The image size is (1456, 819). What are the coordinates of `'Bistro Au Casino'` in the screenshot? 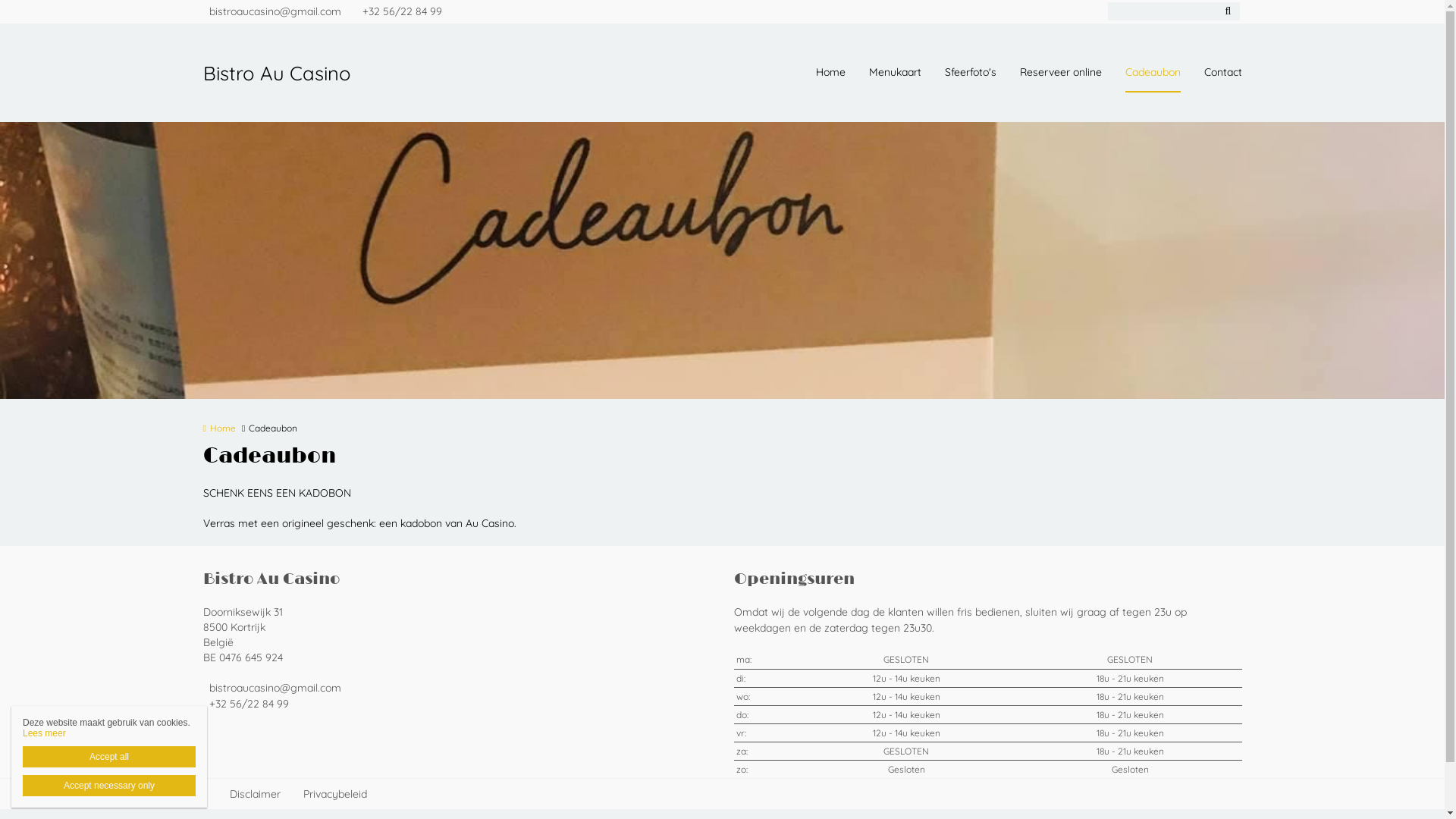 It's located at (294, 73).